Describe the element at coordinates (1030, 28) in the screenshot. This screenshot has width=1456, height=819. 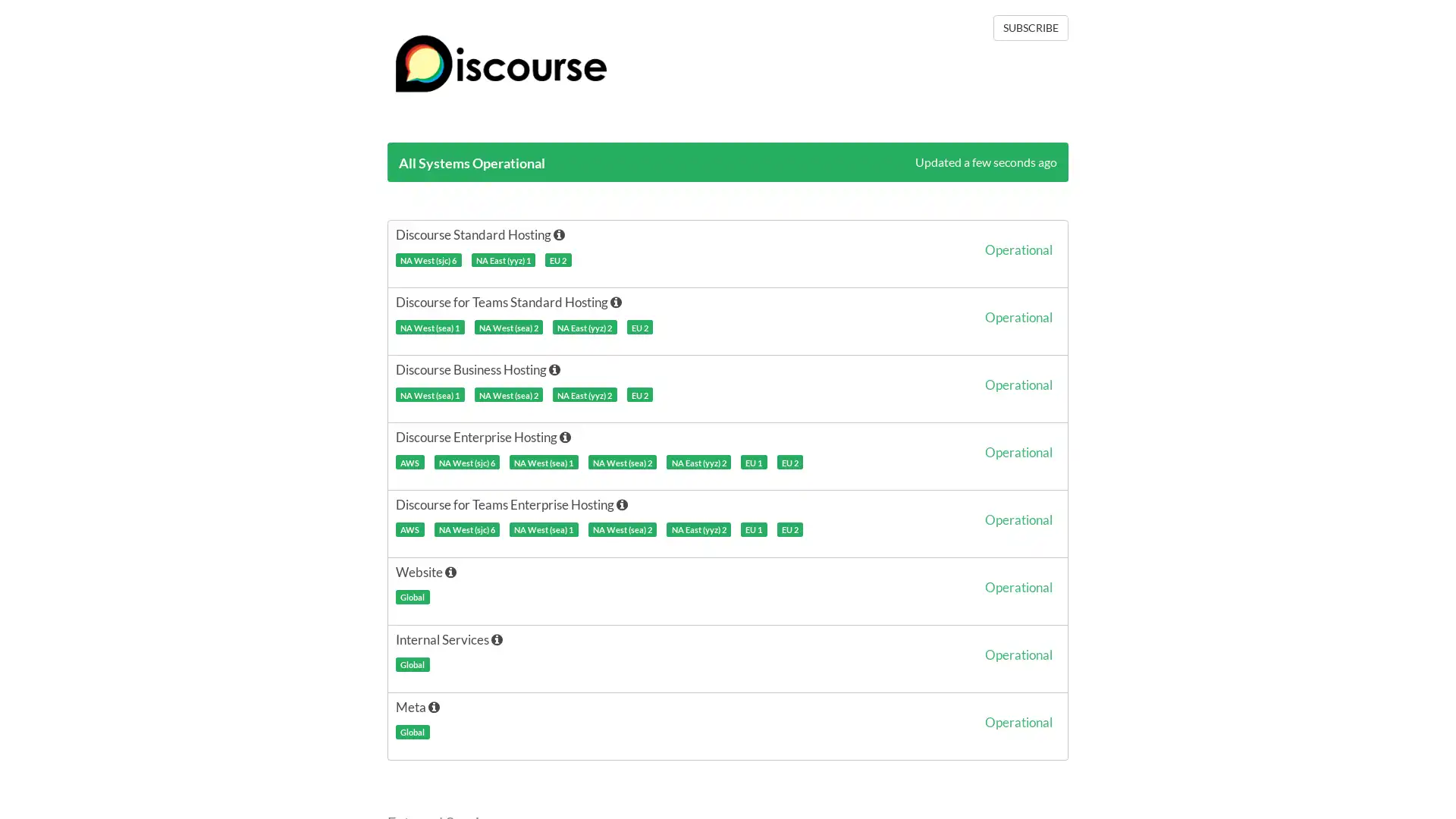
I see `SUBSCRIBE` at that location.